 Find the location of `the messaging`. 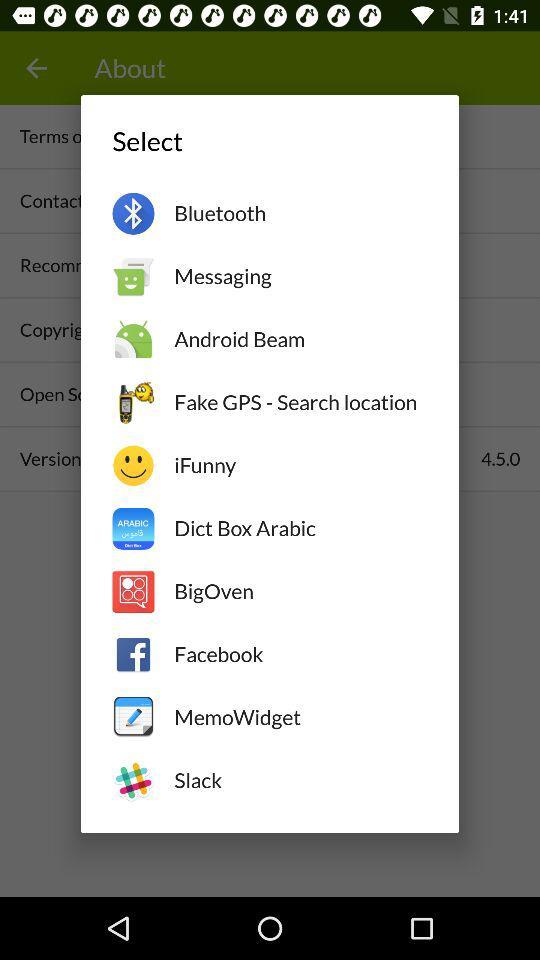

the messaging is located at coordinates (299, 275).